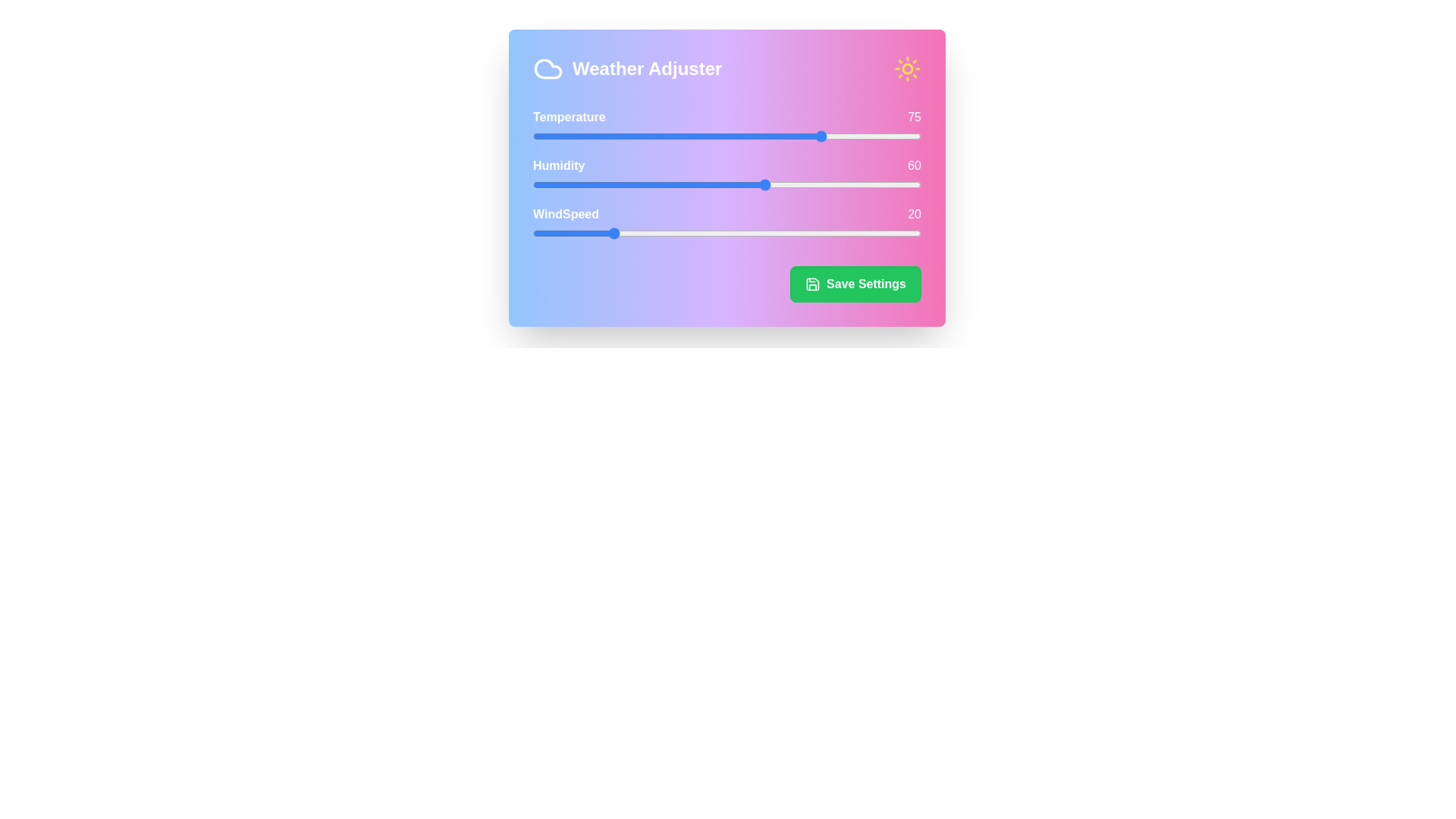 Image resolution: width=1456 pixels, height=819 pixels. What do you see at coordinates (629, 234) in the screenshot?
I see `the wind speed` at bounding box center [629, 234].